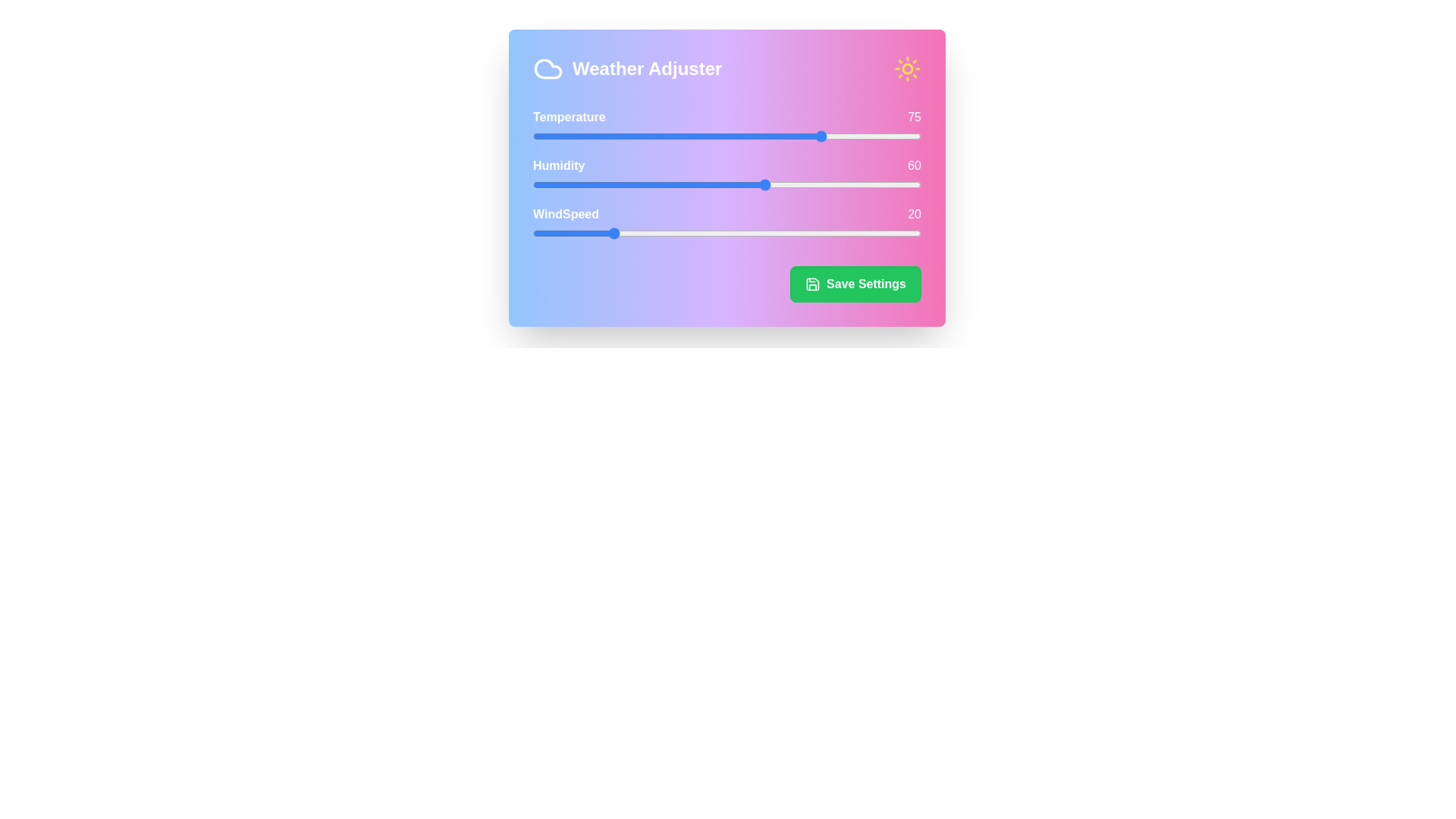 Image resolution: width=1456 pixels, height=819 pixels. What do you see at coordinates (629, 234) in the screenshot?
I see `the wind speed` at bounding box center [629, 234].